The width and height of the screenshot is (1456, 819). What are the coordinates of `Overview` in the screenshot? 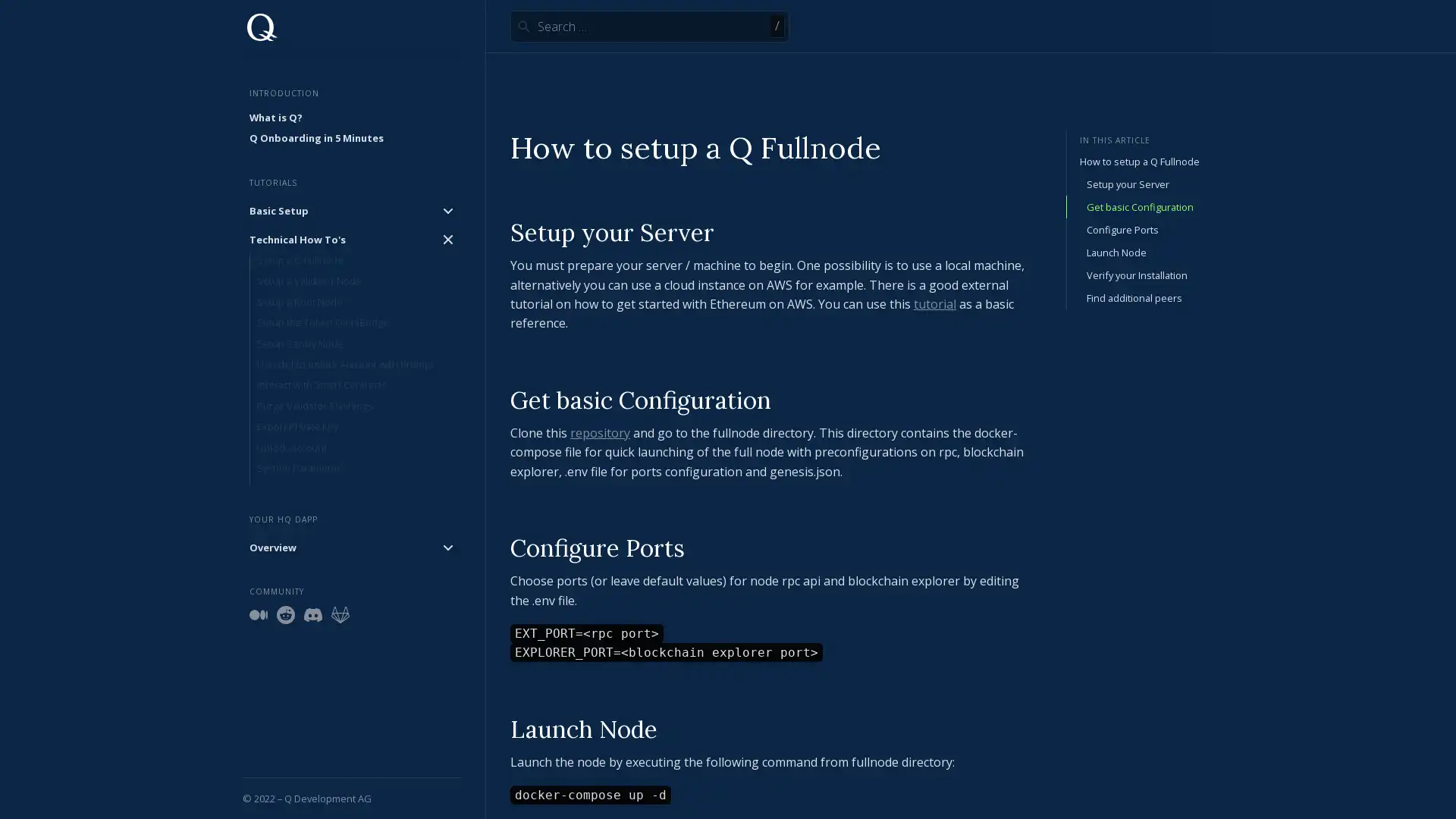 It's located at (351, 547).